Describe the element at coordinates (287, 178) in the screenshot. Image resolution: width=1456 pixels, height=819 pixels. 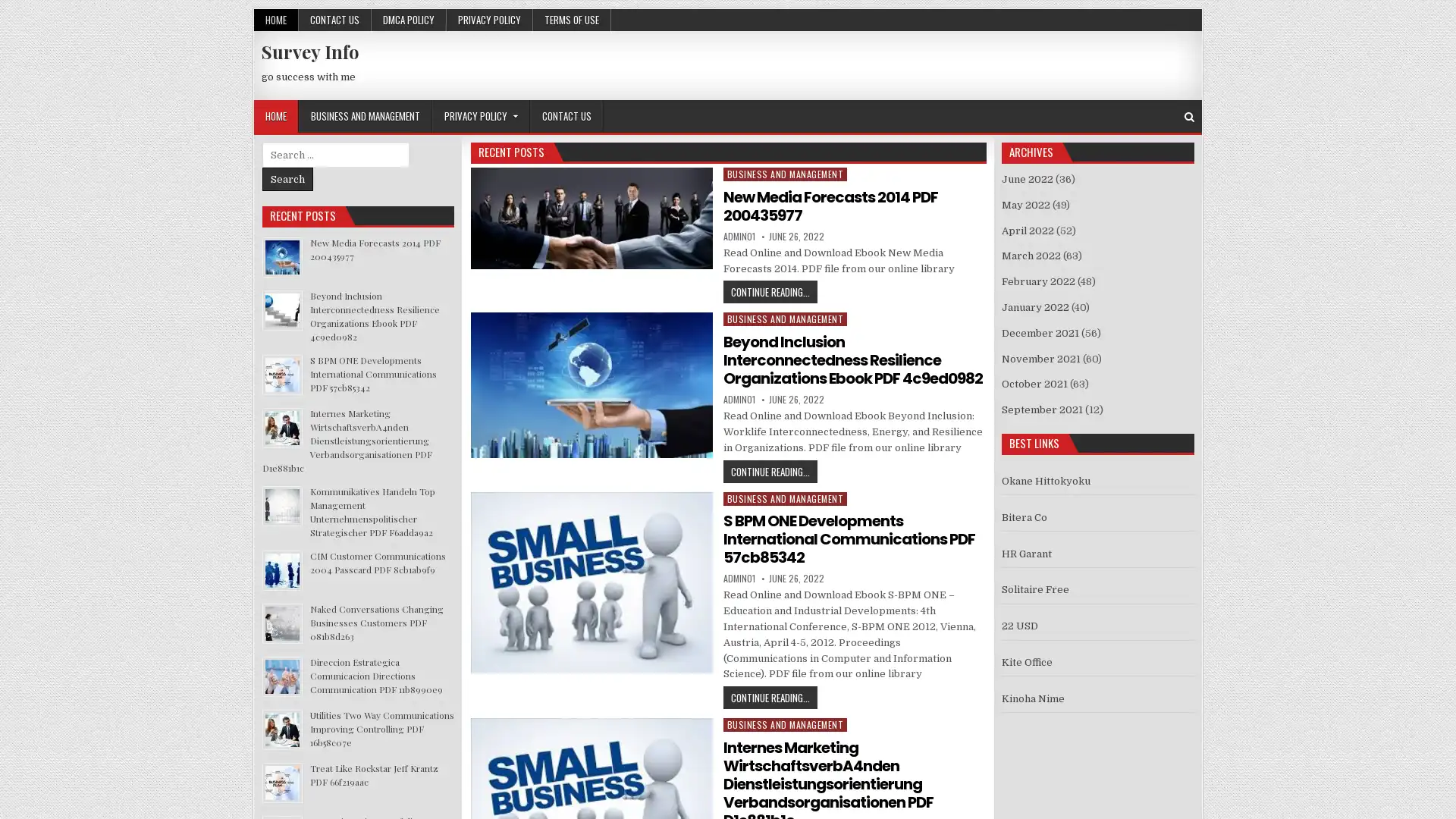
I see `Search` at that location.